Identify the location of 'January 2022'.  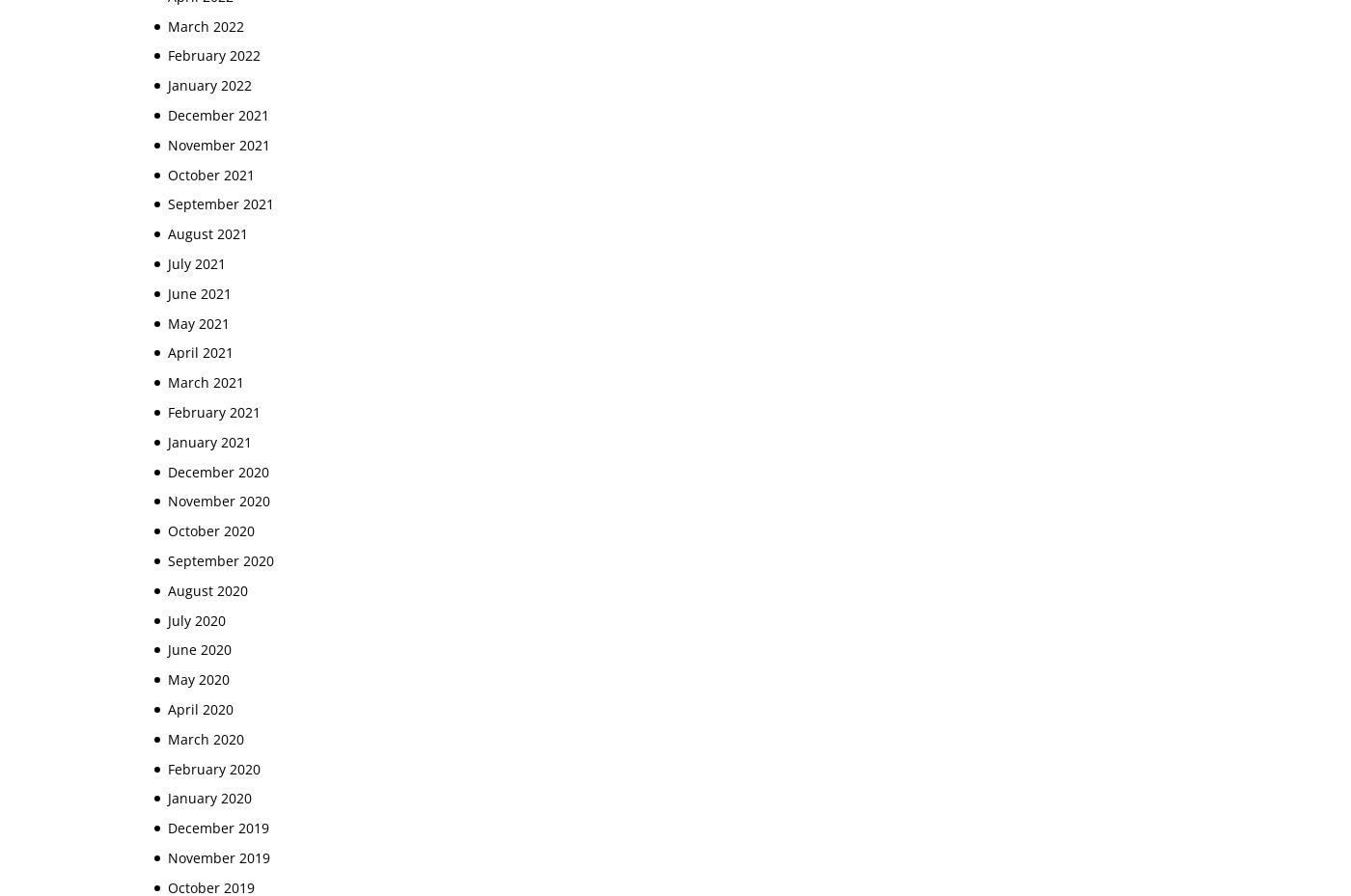
(209, 84).